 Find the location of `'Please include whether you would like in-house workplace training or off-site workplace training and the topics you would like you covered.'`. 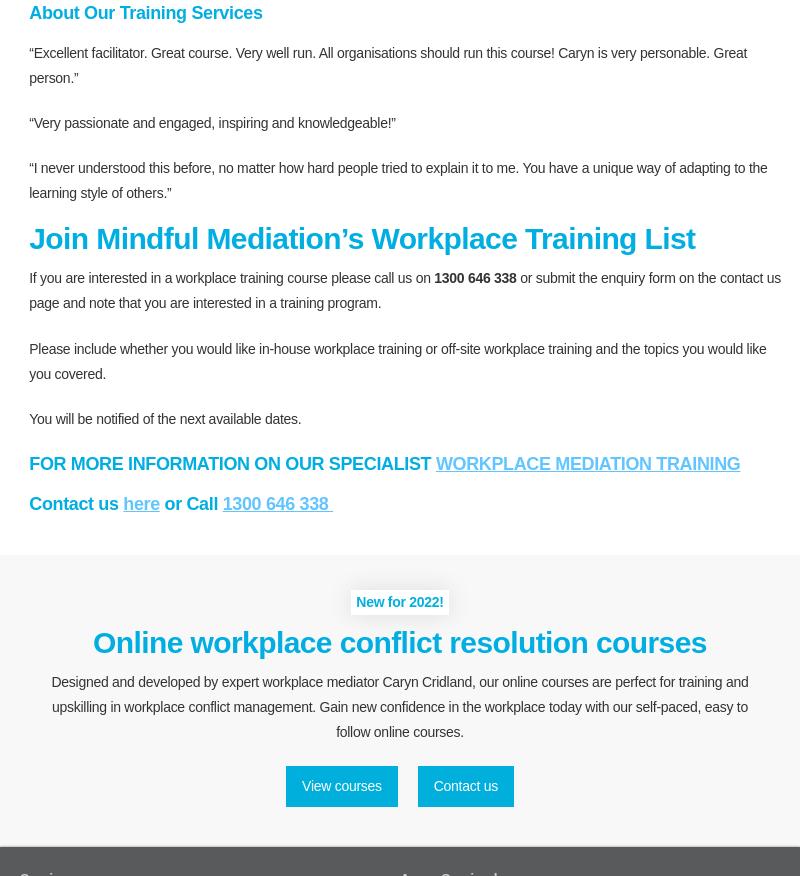

'Please include whether you would like in-house workplace training or off-site workplace training and the topics you would like you covered.' is located at coordinates (396, 359).